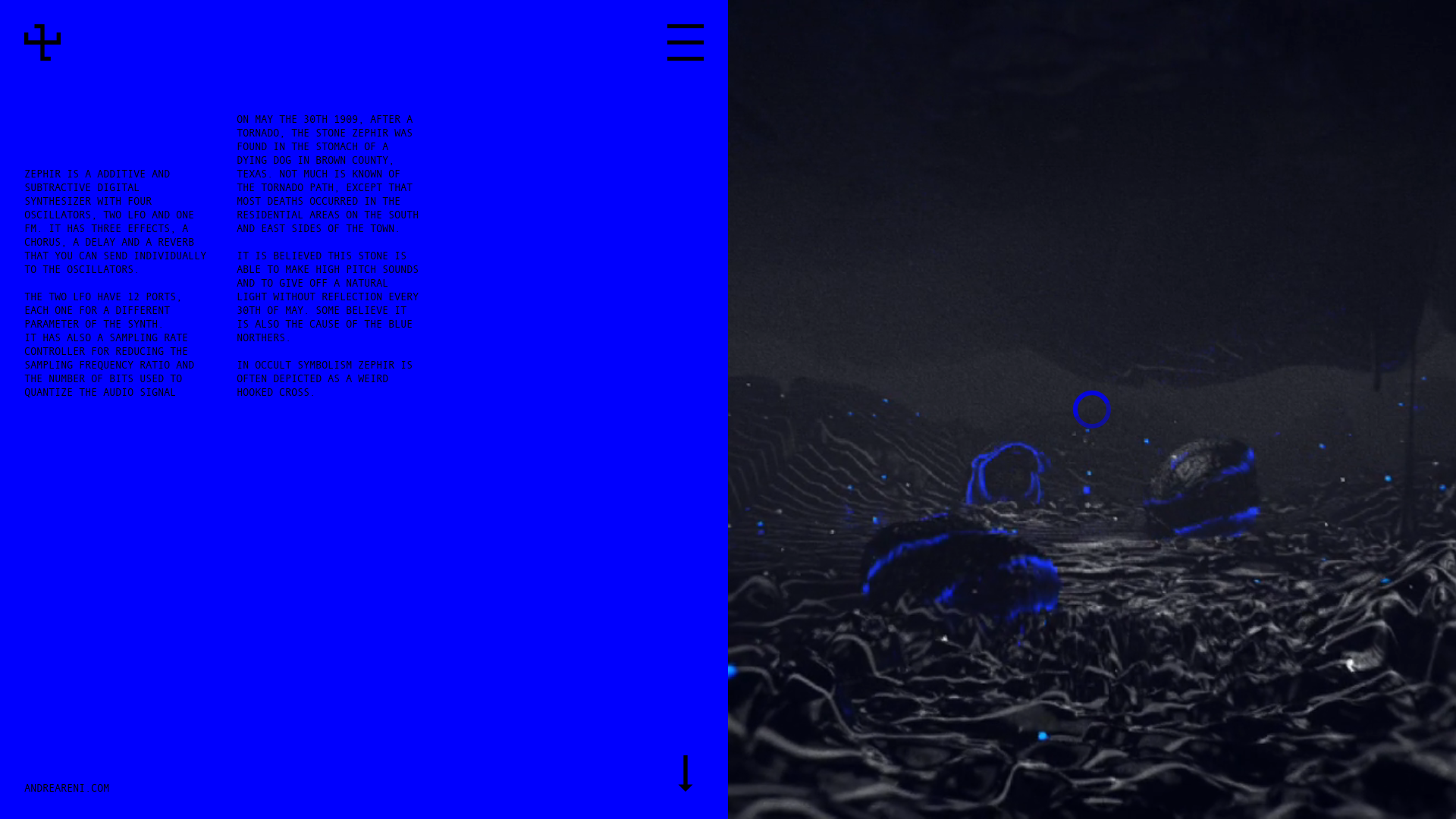 The width and height of the screenshot is (1456, 819). Describe the element at coordinates (65, 786) in the screenshot. I see `'ANDREARENI.COM'` at that location.